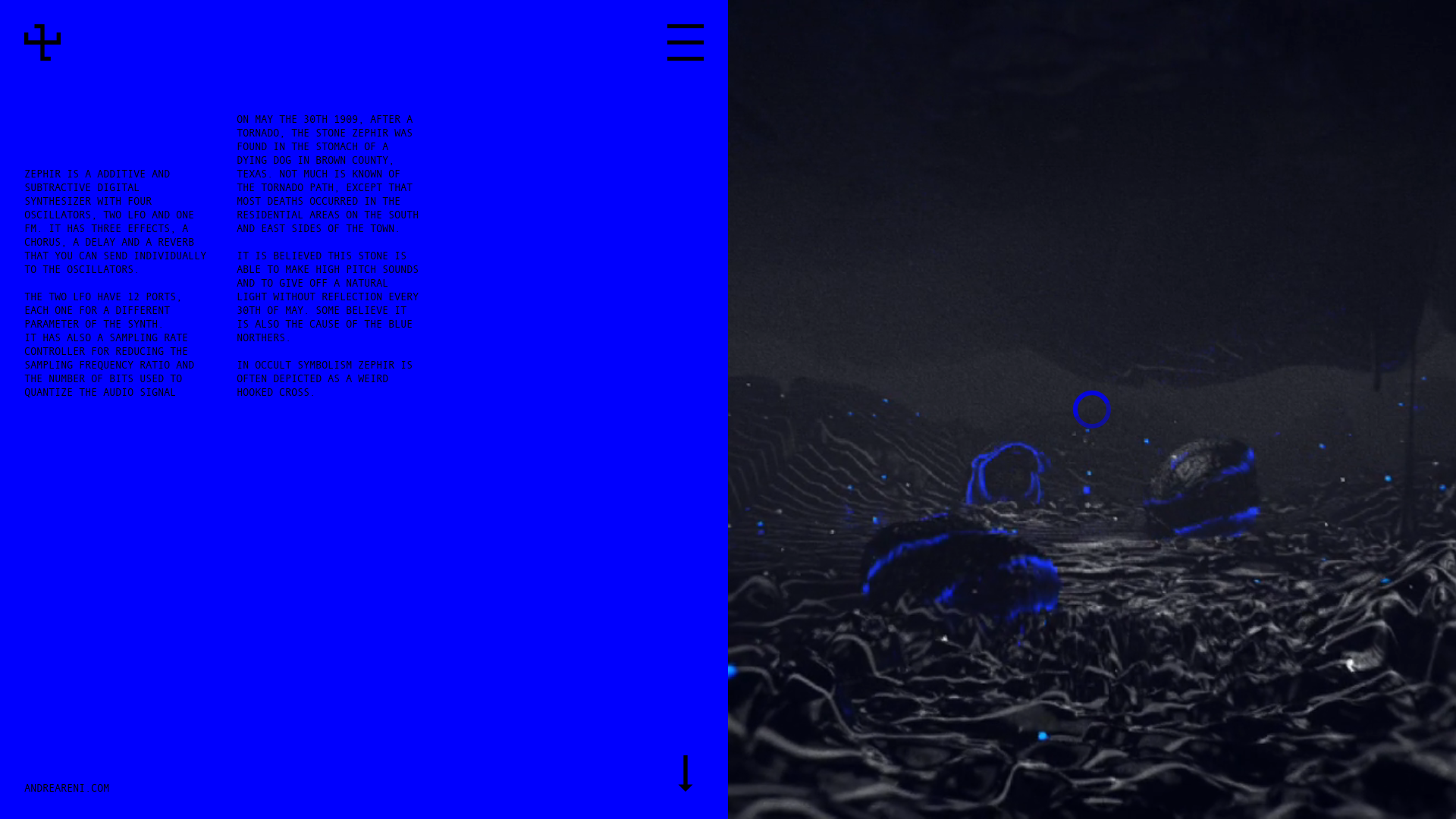 The width and height of the screenshot is (1456, 819). Describe the element at coordinates (65, 786) in the screenshot. I see `'ANDREARENI.COM'` at that location.